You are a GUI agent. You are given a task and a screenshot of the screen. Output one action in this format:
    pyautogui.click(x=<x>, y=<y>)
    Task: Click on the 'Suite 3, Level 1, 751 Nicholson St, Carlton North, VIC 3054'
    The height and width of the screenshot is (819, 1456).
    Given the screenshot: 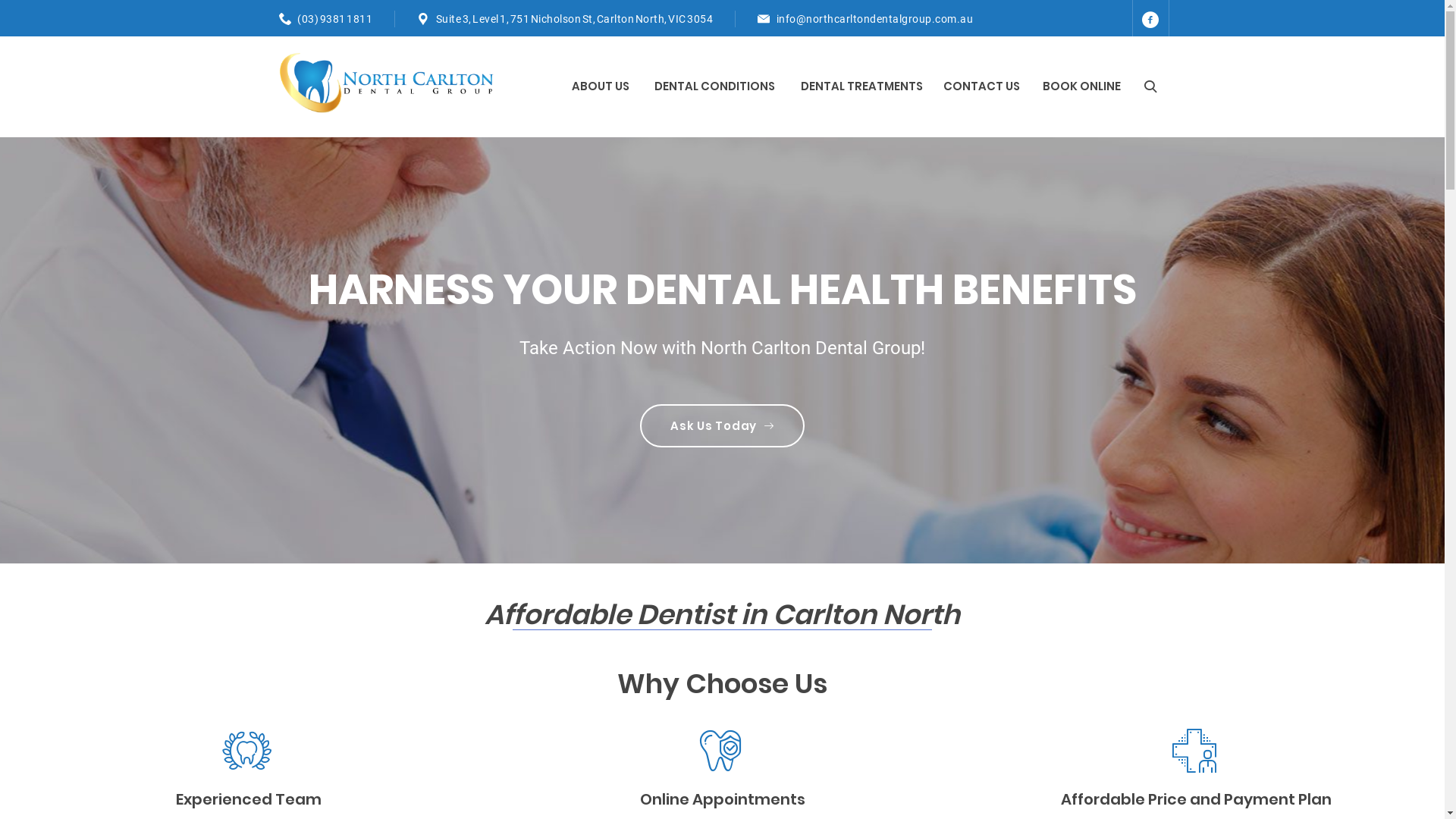 What is the action you would take?
    pyautogui.click(x=573, y=18)
    